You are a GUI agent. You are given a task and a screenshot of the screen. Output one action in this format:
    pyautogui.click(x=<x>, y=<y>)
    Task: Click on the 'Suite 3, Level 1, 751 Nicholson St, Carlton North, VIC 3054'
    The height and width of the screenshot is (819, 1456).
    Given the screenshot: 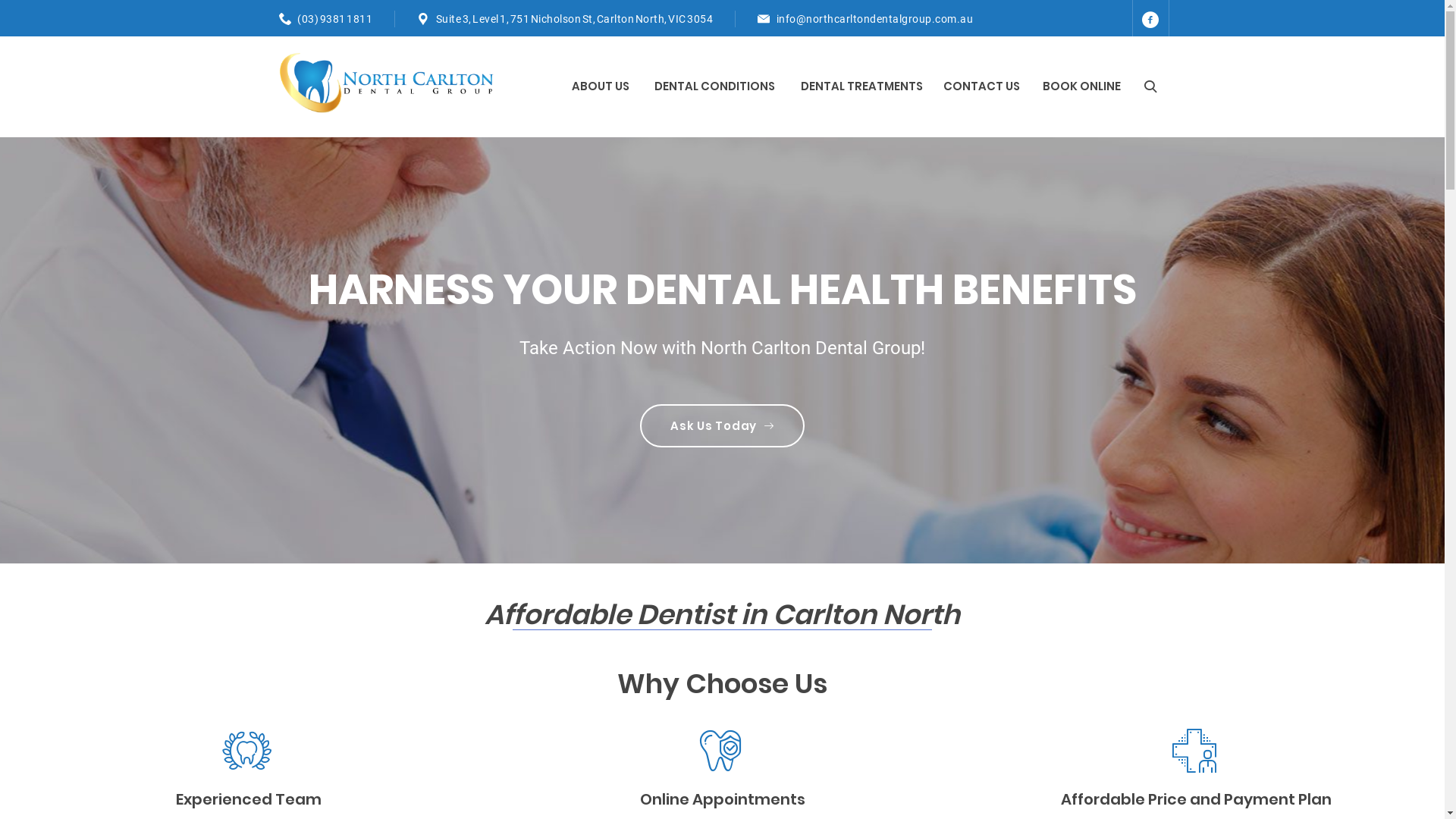 What is the action you would take?
    pyautogui.click(x=573, y=18)
    